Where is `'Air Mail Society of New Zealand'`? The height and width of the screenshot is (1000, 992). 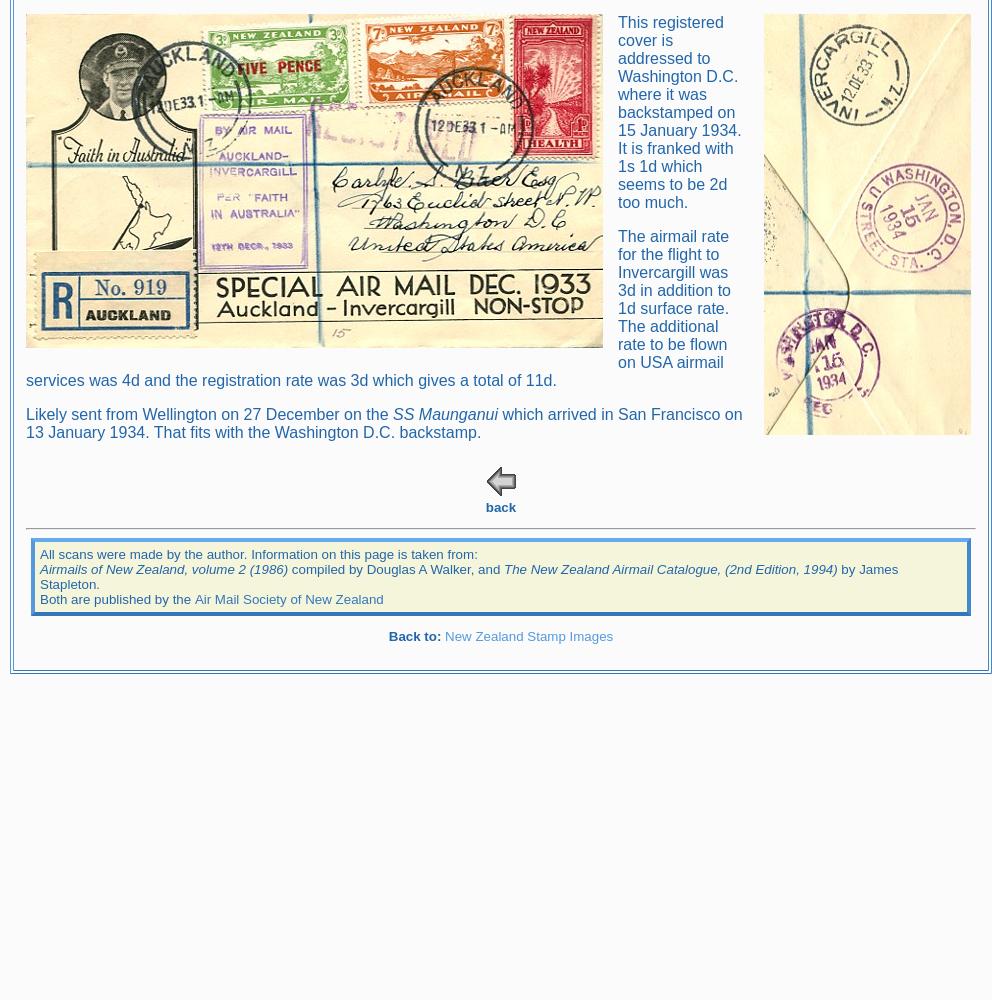 'Air Mail Society of New Zealand' is located at coordinates (193, 598).